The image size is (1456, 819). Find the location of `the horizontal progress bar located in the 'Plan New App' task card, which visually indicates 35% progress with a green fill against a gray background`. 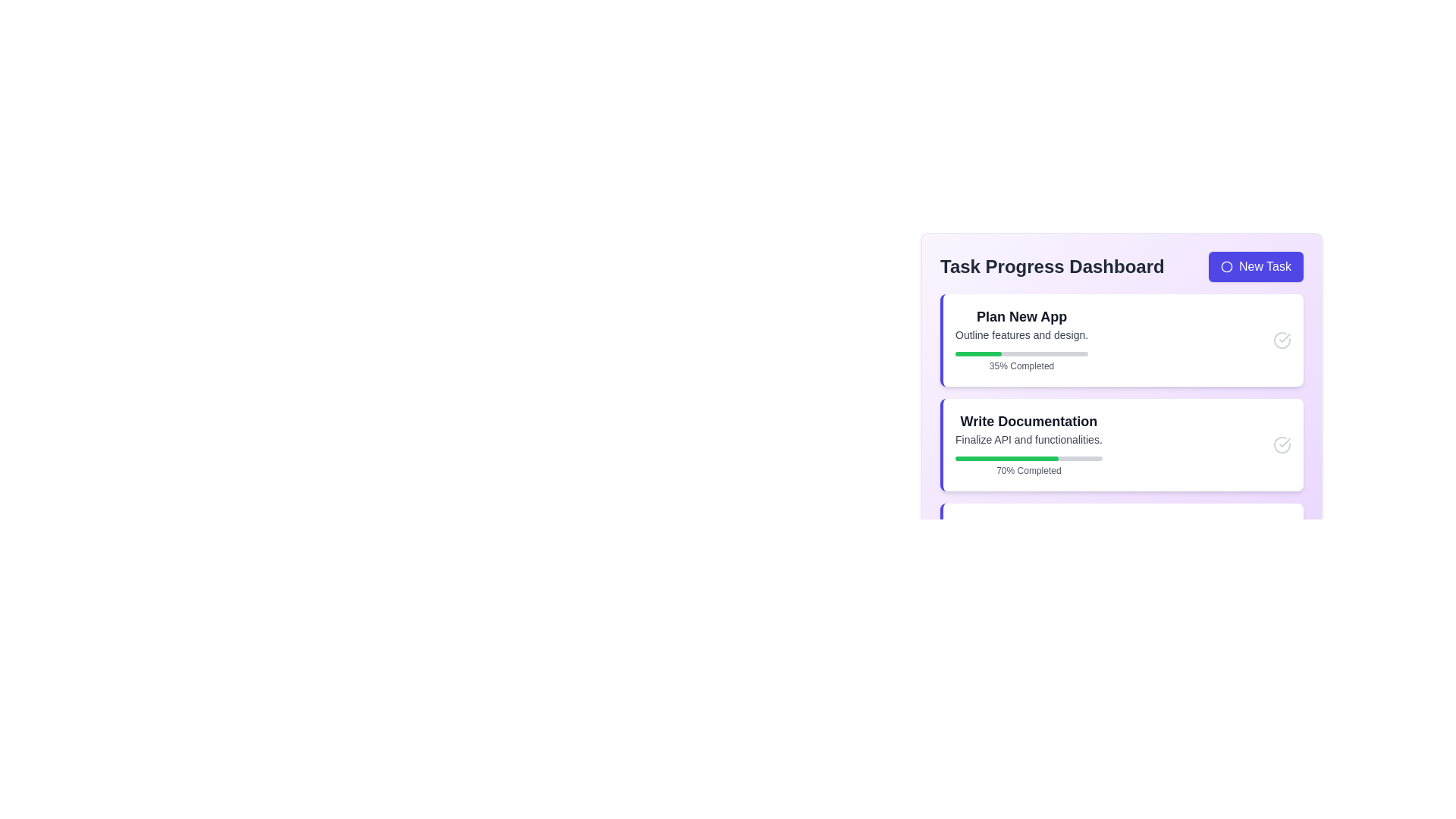

the horizontal progress bar located in the 'Plan New App' task card, which visually indicates 35% progress with a green fill against a gray background is located at coordinates (1021, 353).